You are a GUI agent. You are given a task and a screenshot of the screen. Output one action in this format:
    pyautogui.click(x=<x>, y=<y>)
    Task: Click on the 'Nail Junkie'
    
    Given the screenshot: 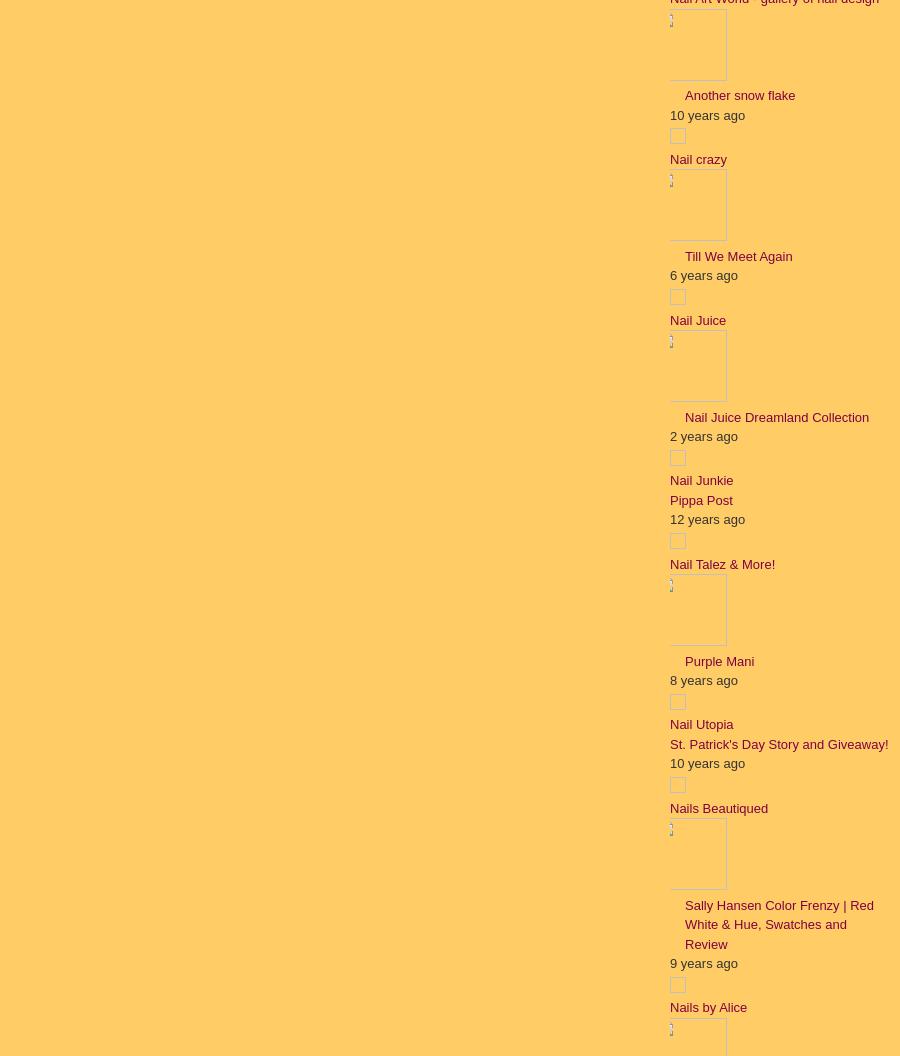 What is the action you would take?
    pyautogui.click(x=700, y=479)
    